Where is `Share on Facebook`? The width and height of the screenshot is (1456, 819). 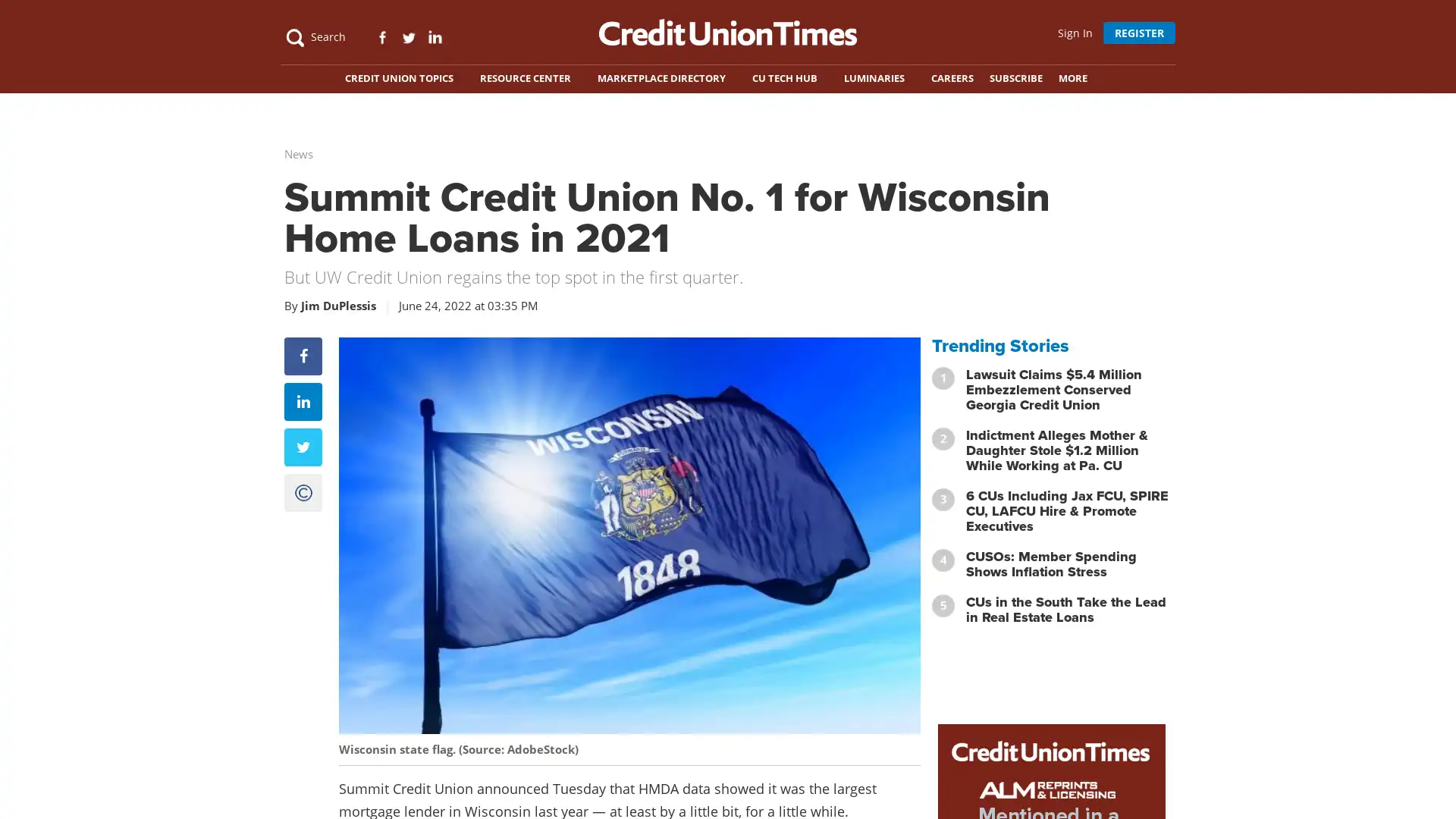
Share on Facebook is located at coordinates (303, 416).